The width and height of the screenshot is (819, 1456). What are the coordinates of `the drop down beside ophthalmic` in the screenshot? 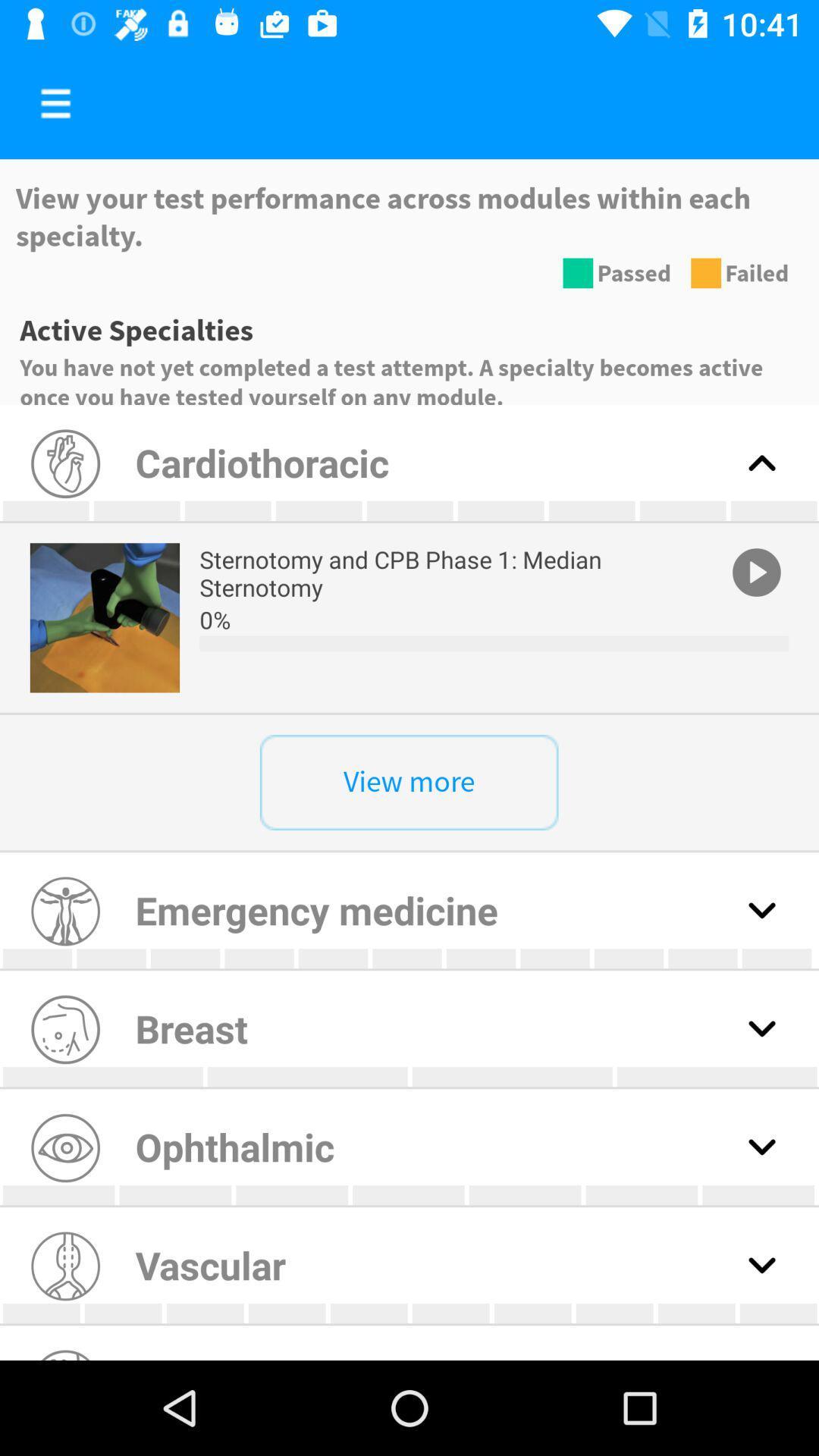 It's located at (762, 1147).